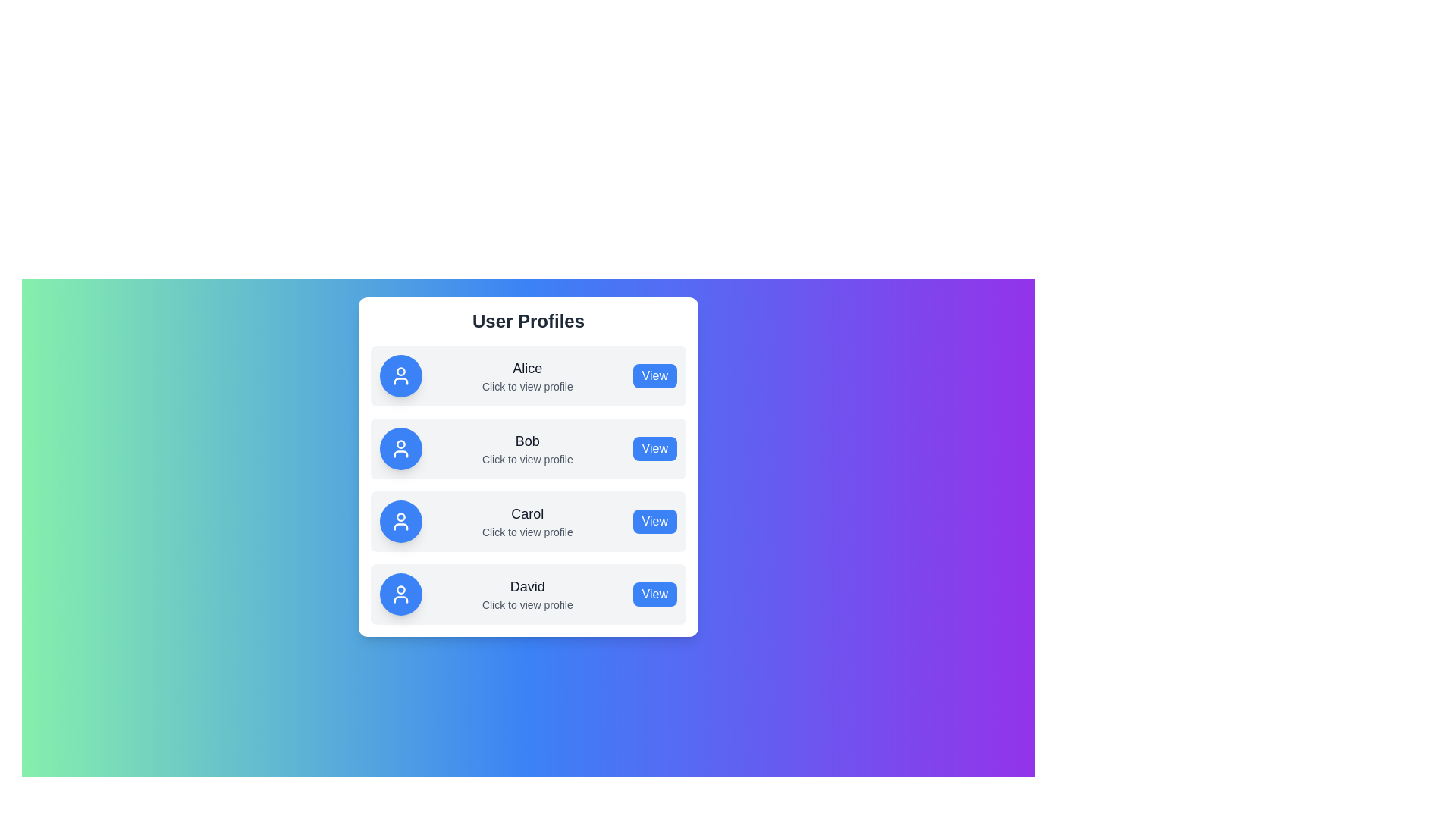 Image resolution: width=1456 pixels, height=819 pixels. What do you see at coordinates (400, 380) in the screenshot?
I see `the torso portion of the silhouette icon that is part of the user profile symbol for 'Alice', which is centrally located within the blue circular area` at bounding box center [400, 380].